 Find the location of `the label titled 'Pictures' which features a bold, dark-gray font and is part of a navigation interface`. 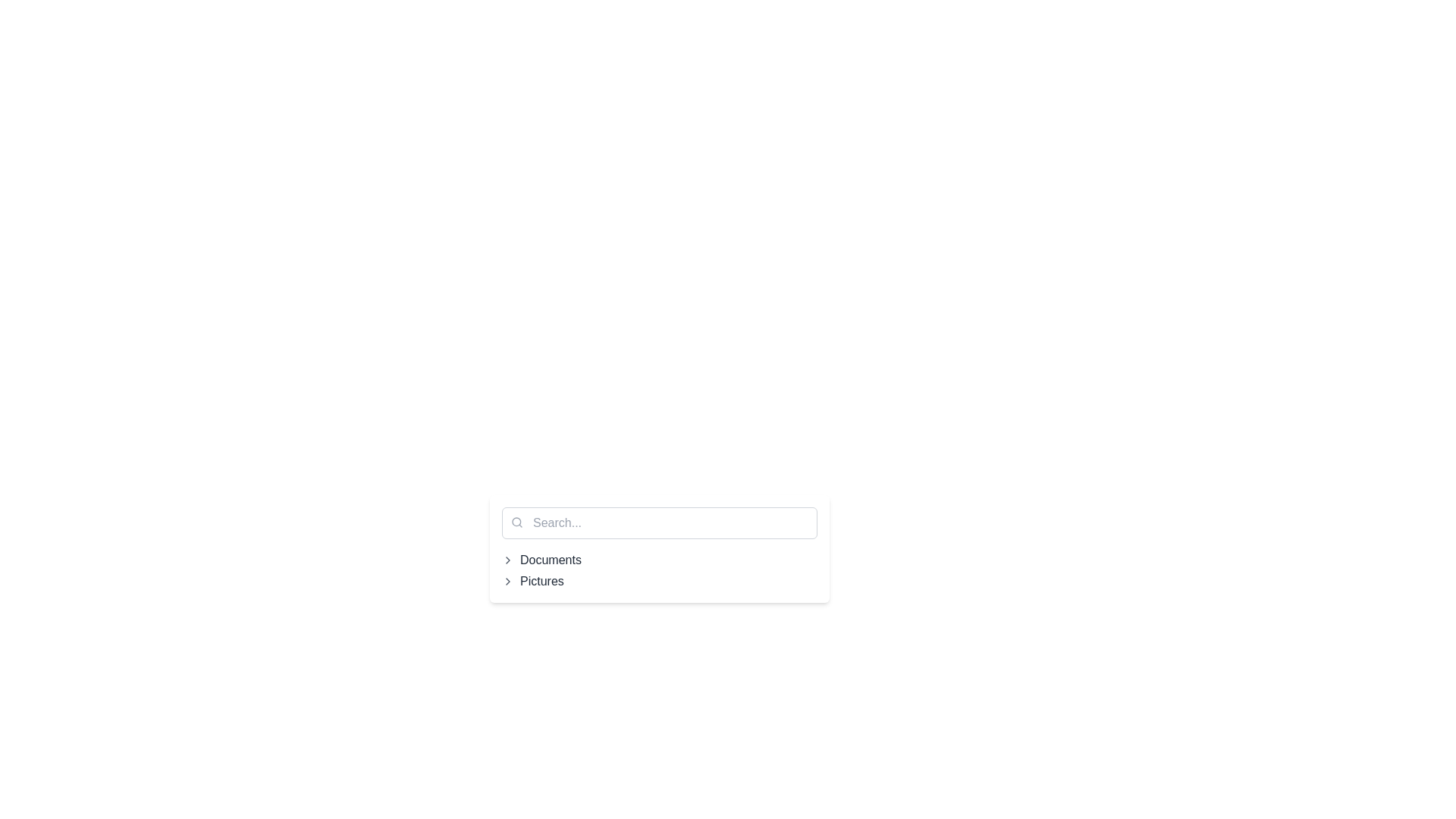

the label titled 'Pictures' which features a bold, dark-gray font and is part of a navigation interface is located at coordinates (541, 581).